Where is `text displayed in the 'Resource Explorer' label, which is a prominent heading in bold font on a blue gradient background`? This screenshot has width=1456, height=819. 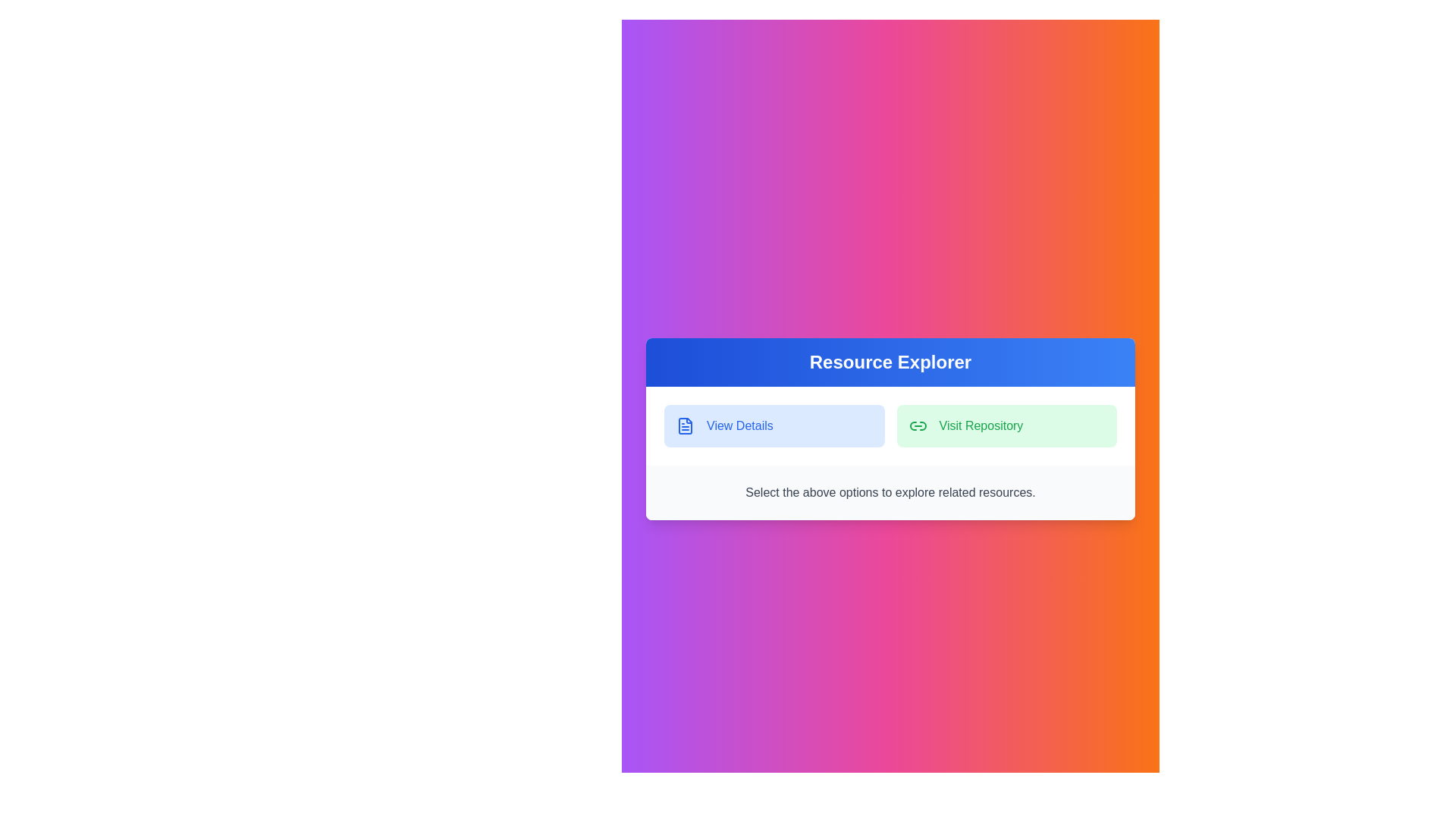
text displayed in the 'Resource Explorer' label, which is a prominent heading in bold font on a blue gradient background is located at coordinates (890, 362).